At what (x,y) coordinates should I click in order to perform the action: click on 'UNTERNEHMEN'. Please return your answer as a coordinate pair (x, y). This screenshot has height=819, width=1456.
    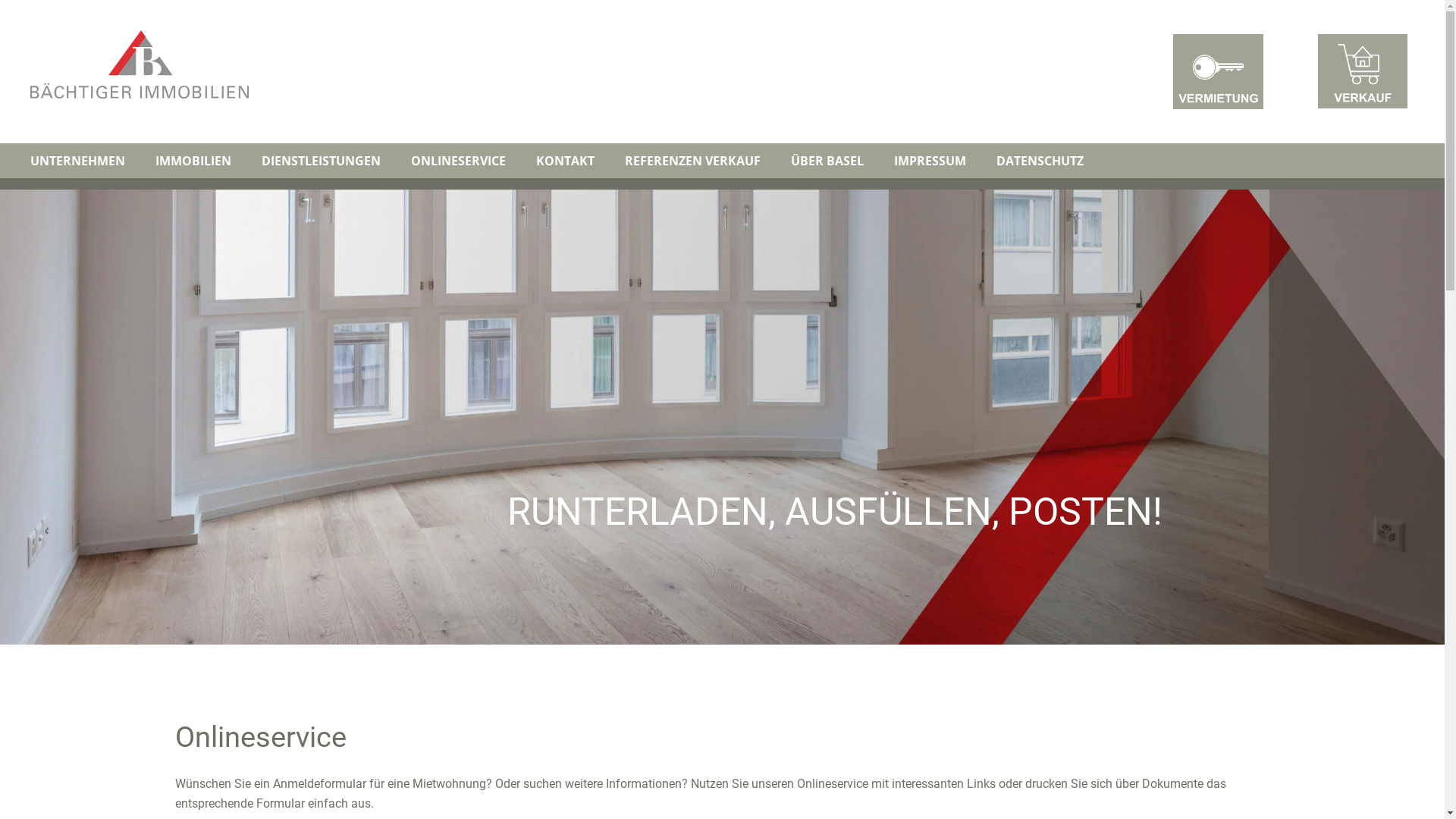
    Looking at the image, I should click on (77, 161).